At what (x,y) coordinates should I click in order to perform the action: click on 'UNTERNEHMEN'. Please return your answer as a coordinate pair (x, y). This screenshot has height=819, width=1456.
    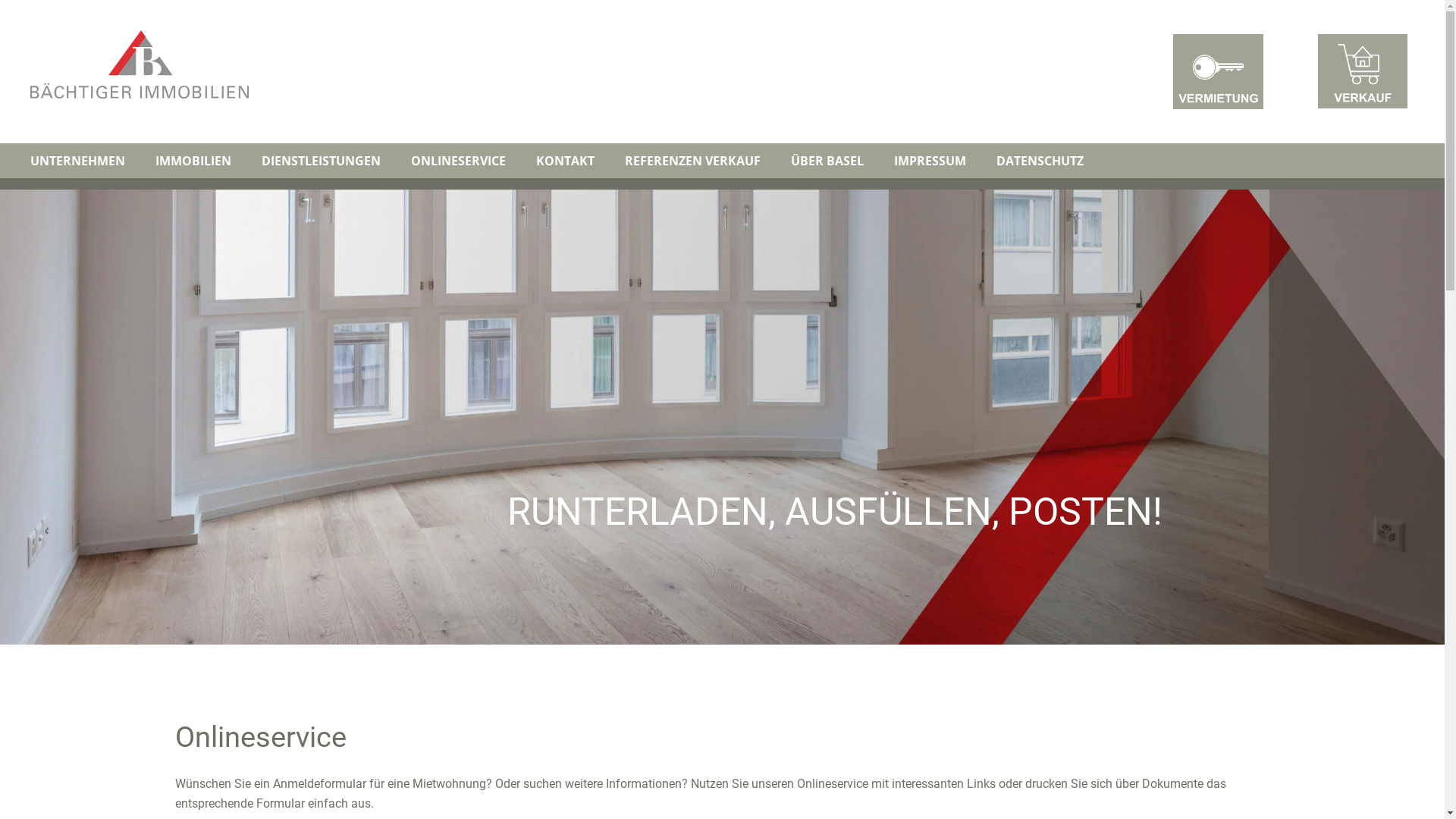
    Looking at the image, I should click on (77, 161).